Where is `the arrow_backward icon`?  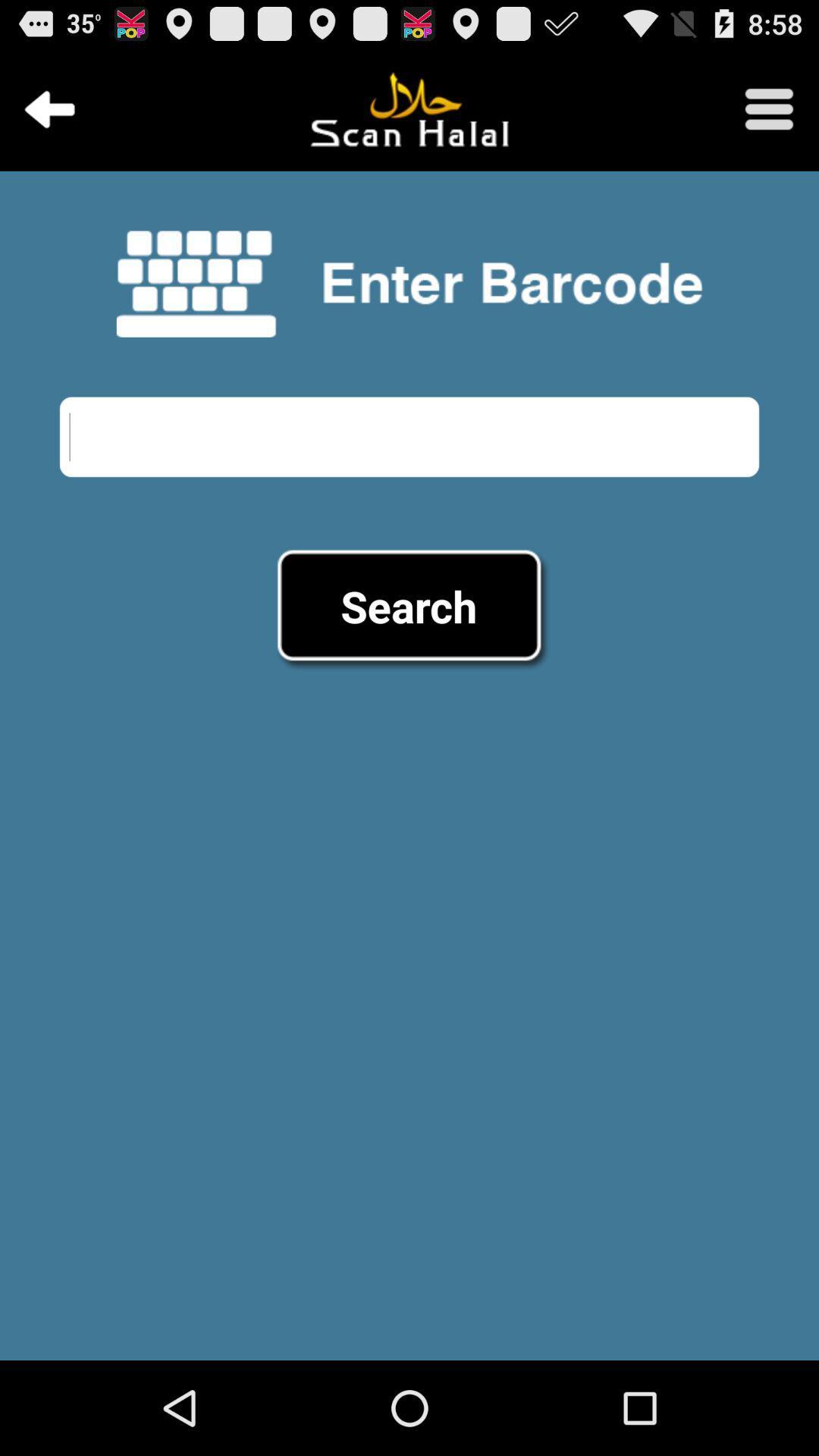 the arrow_backward icon is located at coordinates (49, 116).